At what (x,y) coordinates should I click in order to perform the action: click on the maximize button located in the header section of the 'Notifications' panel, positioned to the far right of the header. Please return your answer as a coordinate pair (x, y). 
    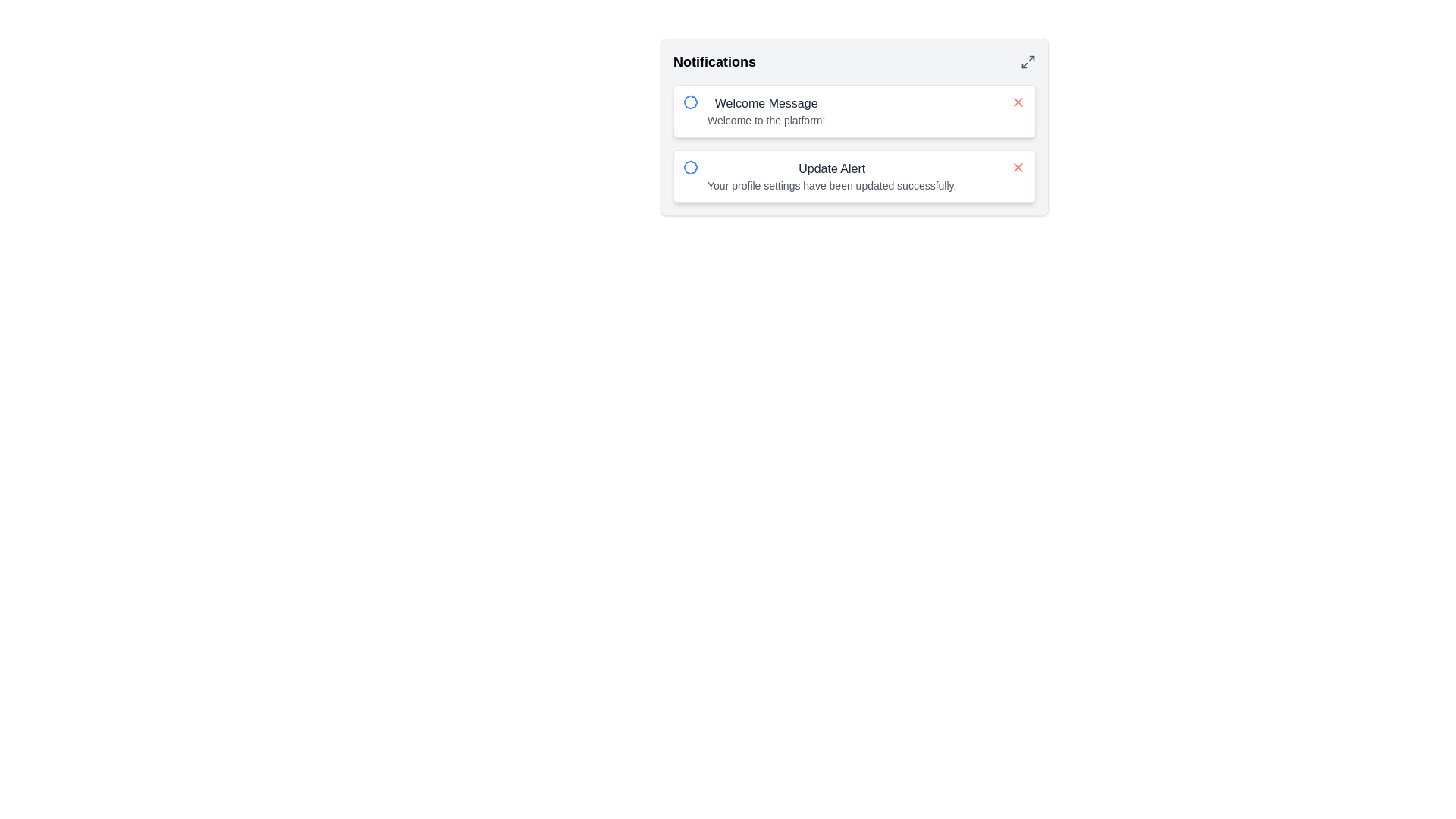
    Looking at the image, I should click on (1028, 61).